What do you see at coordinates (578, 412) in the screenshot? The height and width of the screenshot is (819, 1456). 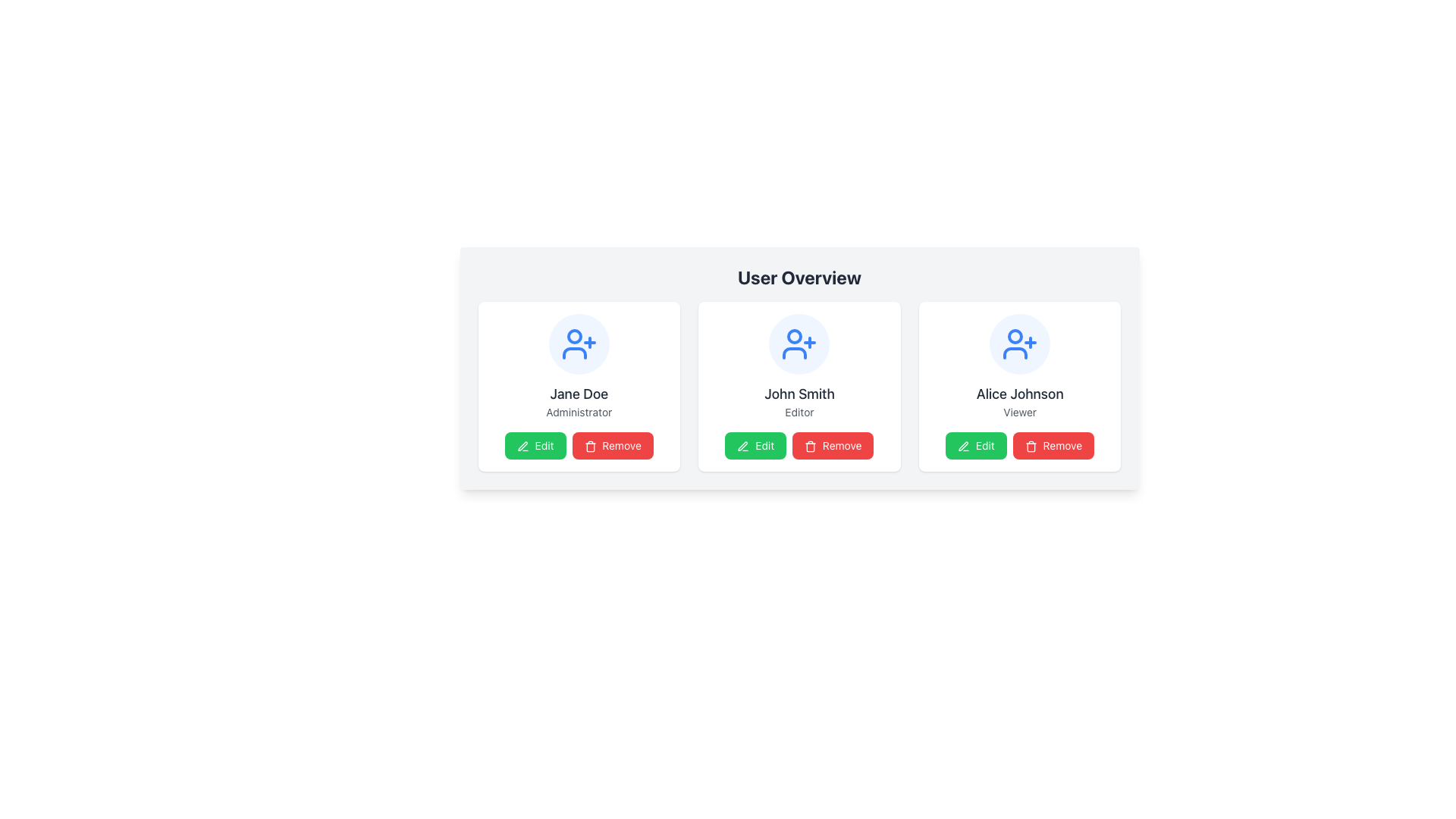 I see `the text label displaying 'Administrator' below 'Jane Doe'` at bounding box center [578, 412].